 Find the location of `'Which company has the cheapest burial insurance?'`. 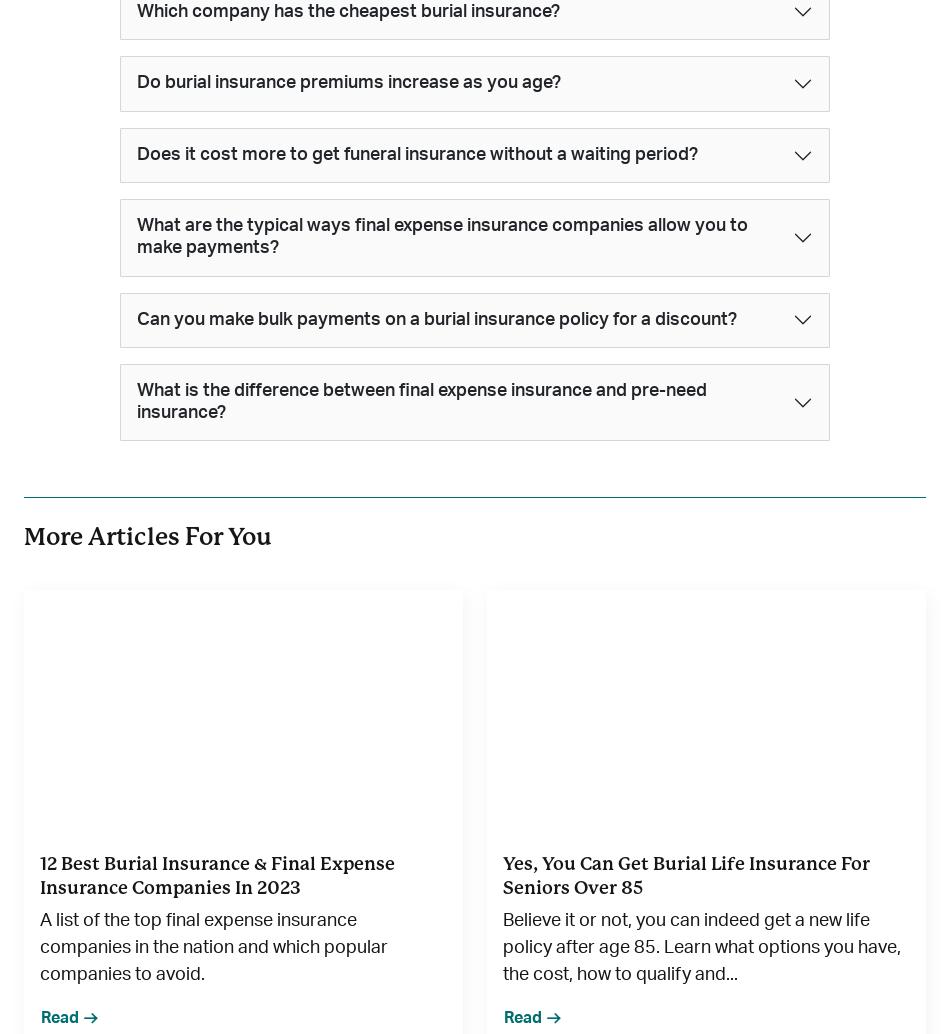

'Which company has the cheapest burial insurance?' is located at coordinates (136, 10).